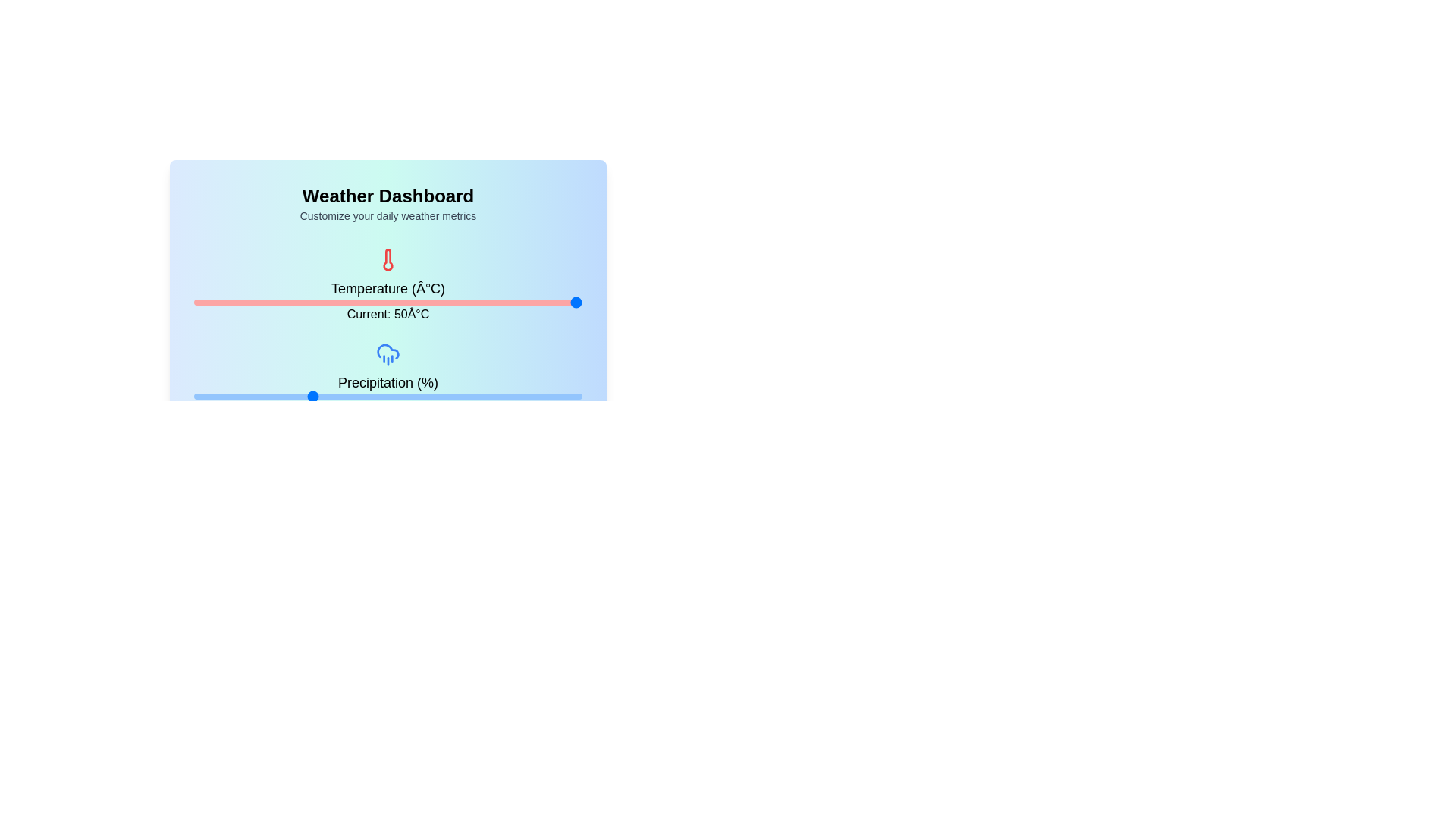 The height and width of the screenshot is (819, 1456). What do you see at coordinates (388, 216) in the screenshot?
I see `the static text element that provides descriptive context for the Weather Dashboard, located centrally below the 'Weather Dashboard' header` at bounding box center [388, 216].